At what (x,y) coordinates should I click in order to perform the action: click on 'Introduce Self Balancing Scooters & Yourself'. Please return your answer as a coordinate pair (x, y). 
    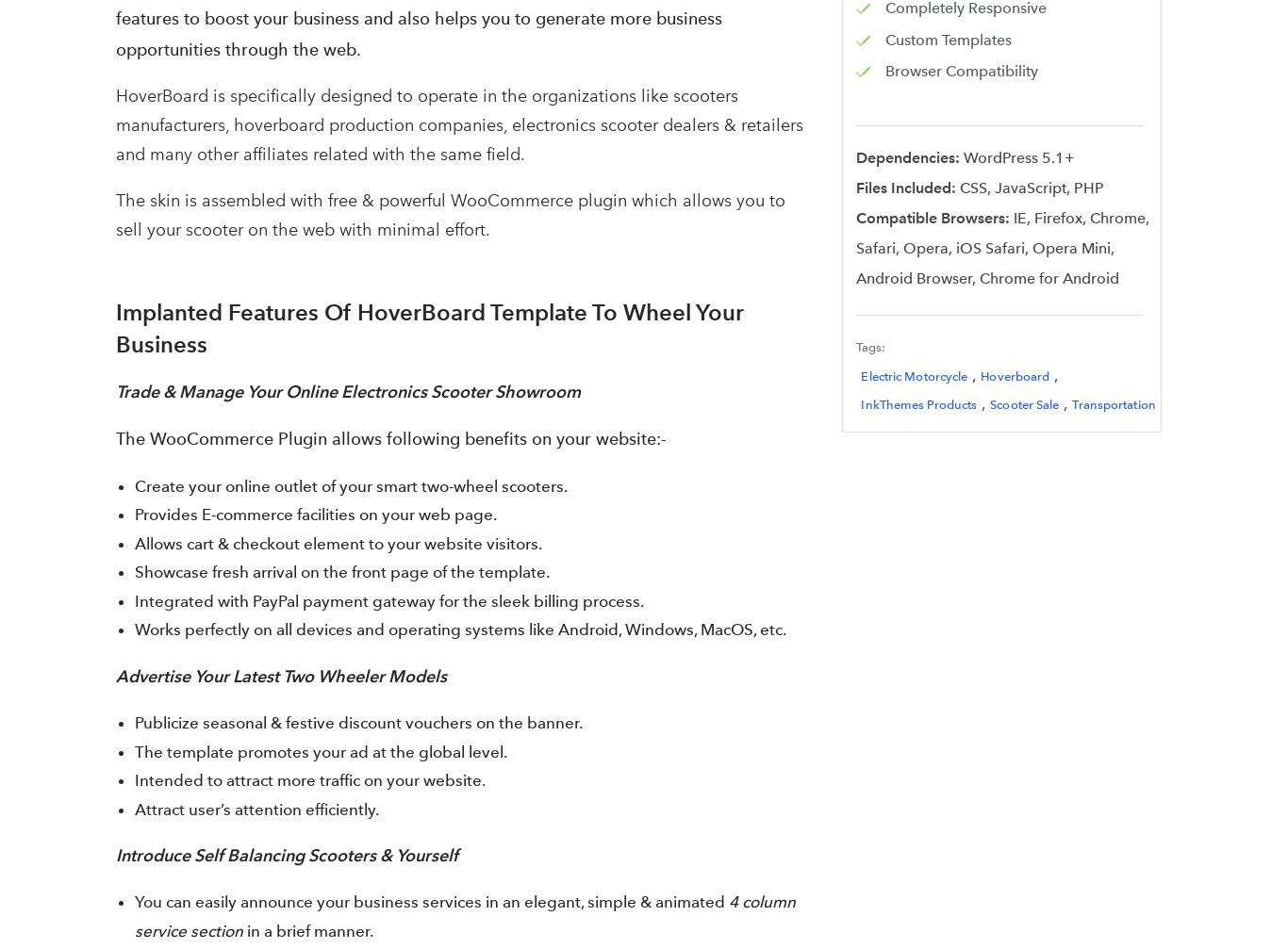
    Looking at the image, I should click on (287, 854).